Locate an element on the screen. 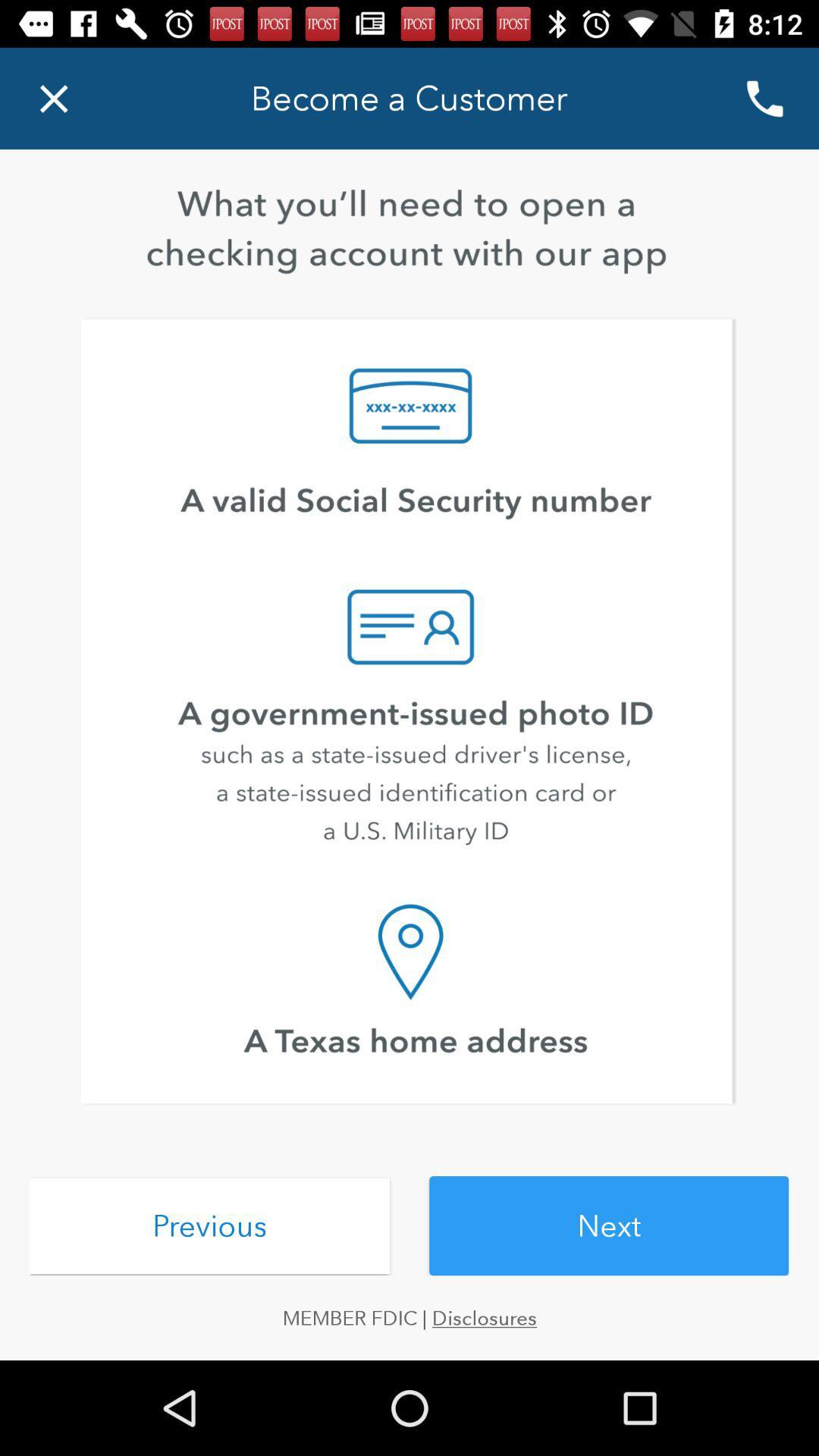  icon next to previous item is located at coordinates (608, 1225).